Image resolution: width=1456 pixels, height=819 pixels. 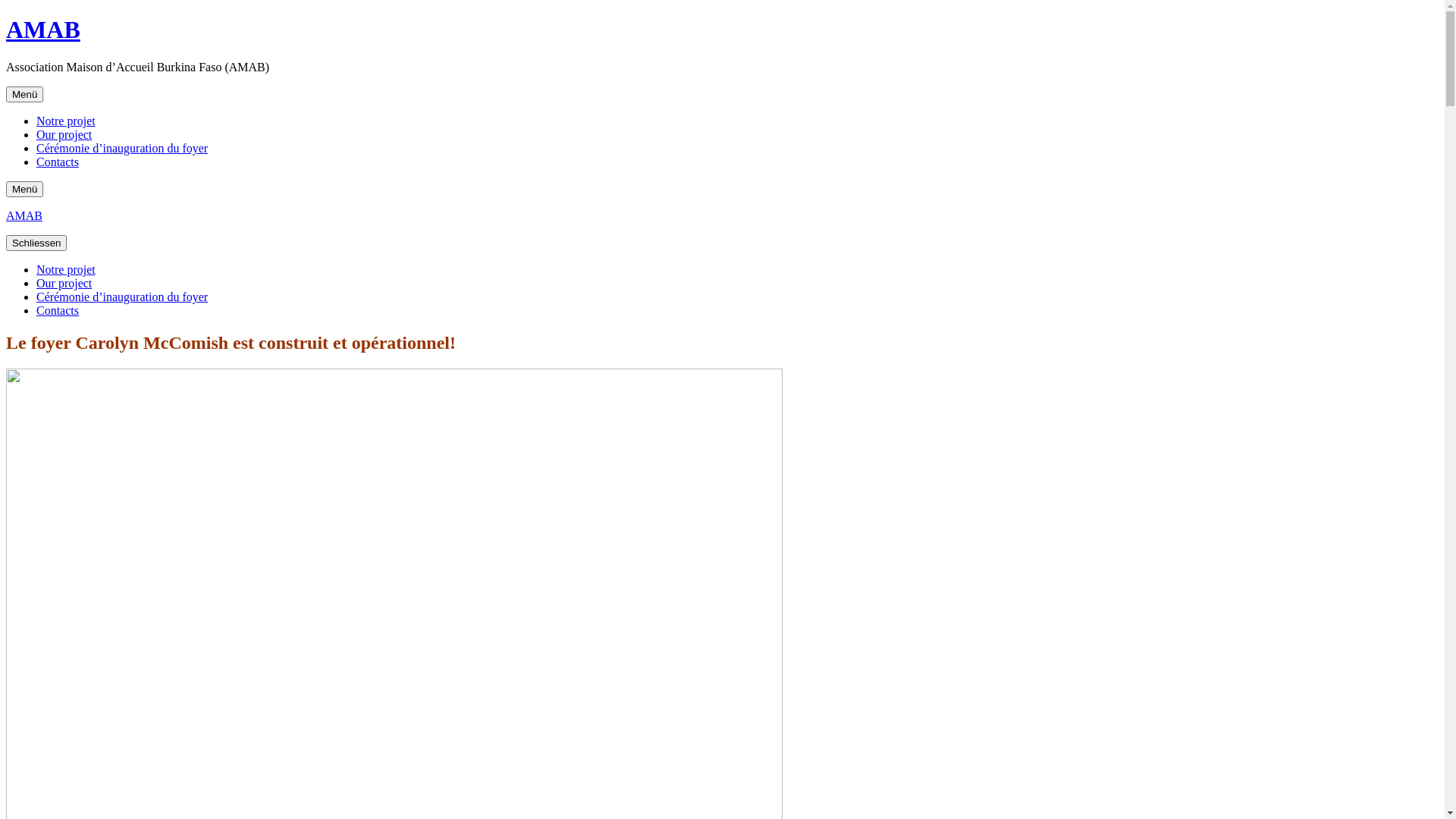 What do you see at coordinates (43, 29) in the screenshot?
I see `'AMAB'` at bounding box center [43, 29].